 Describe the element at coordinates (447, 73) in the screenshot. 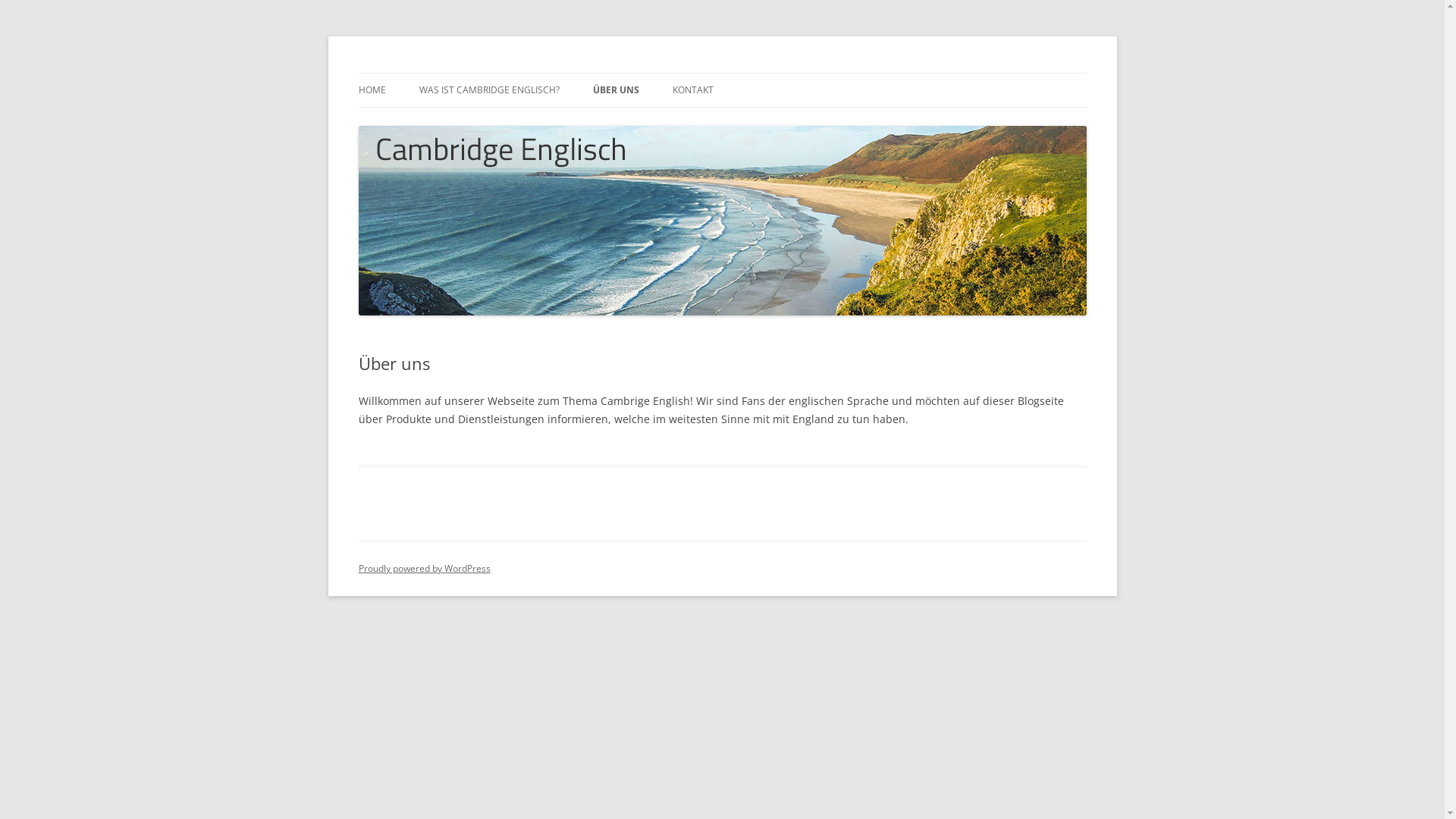

I see `'cambridge english'` at that location.